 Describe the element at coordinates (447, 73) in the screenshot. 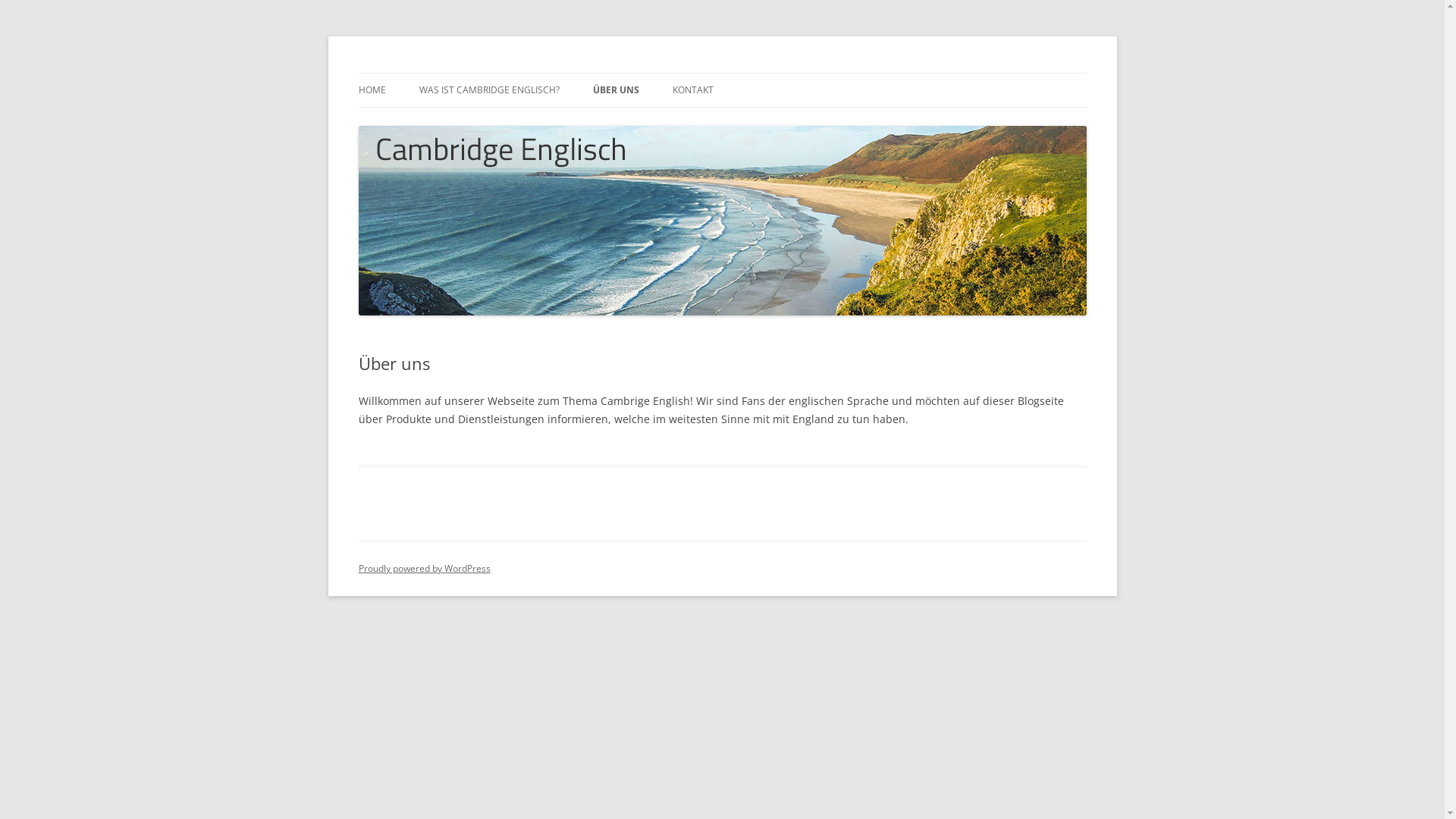

I see `'cambridge english'` at that location.